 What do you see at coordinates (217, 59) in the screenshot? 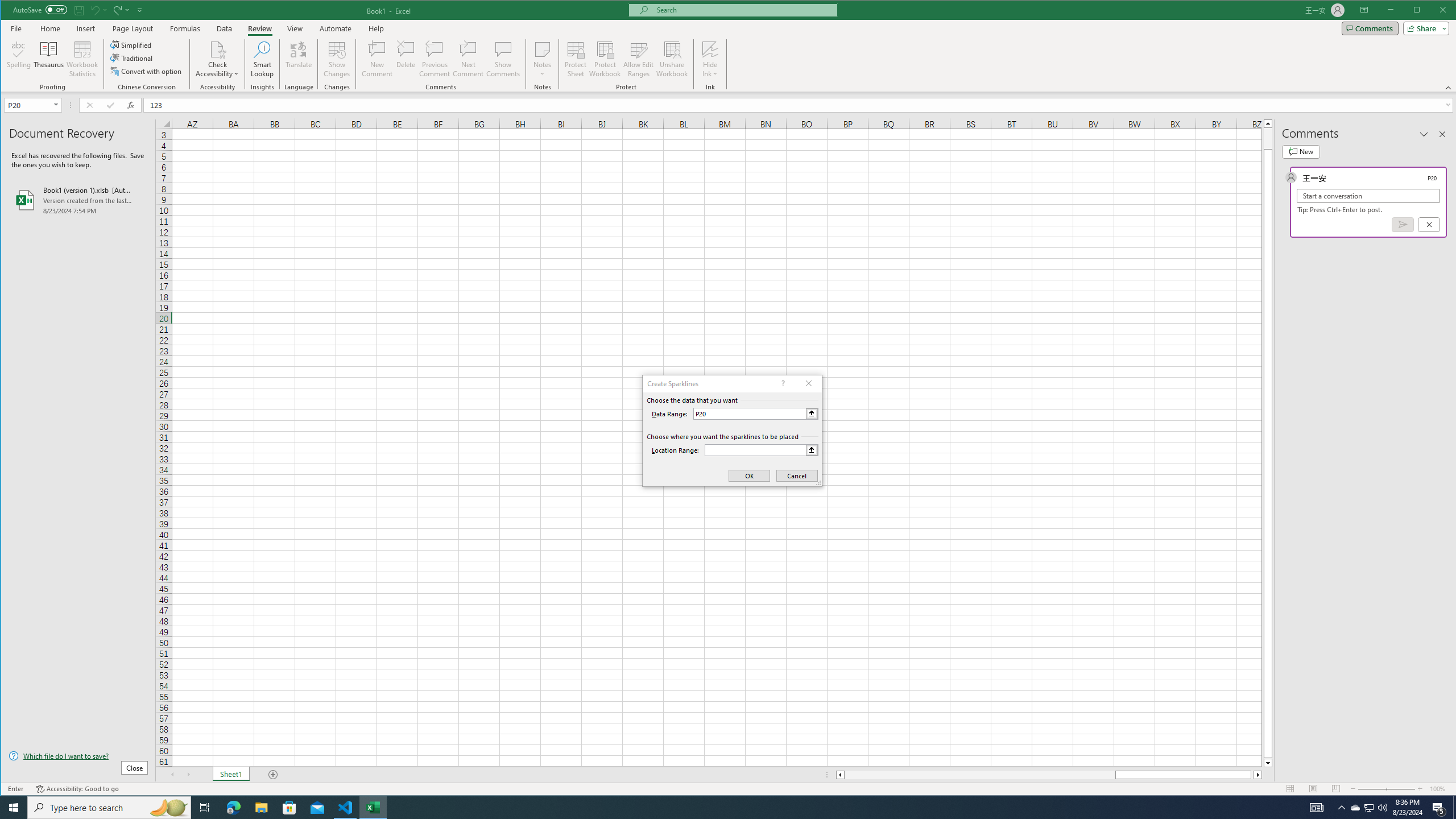
I see `'Check Accessibility'` at bounding box center [217, 59].